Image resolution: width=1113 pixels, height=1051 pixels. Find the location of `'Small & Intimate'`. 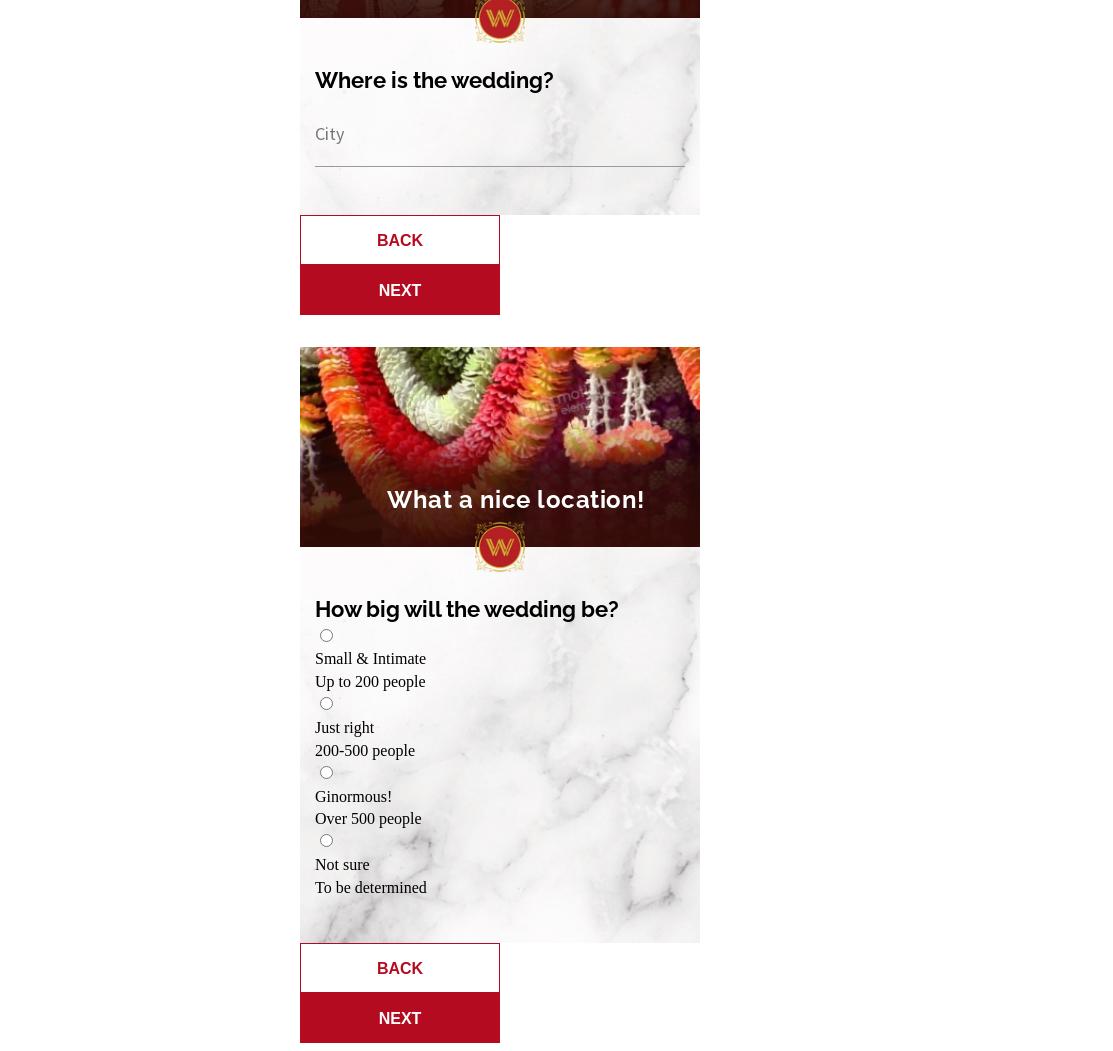

'Small & Intimate' is located at coordinates (370, 658).